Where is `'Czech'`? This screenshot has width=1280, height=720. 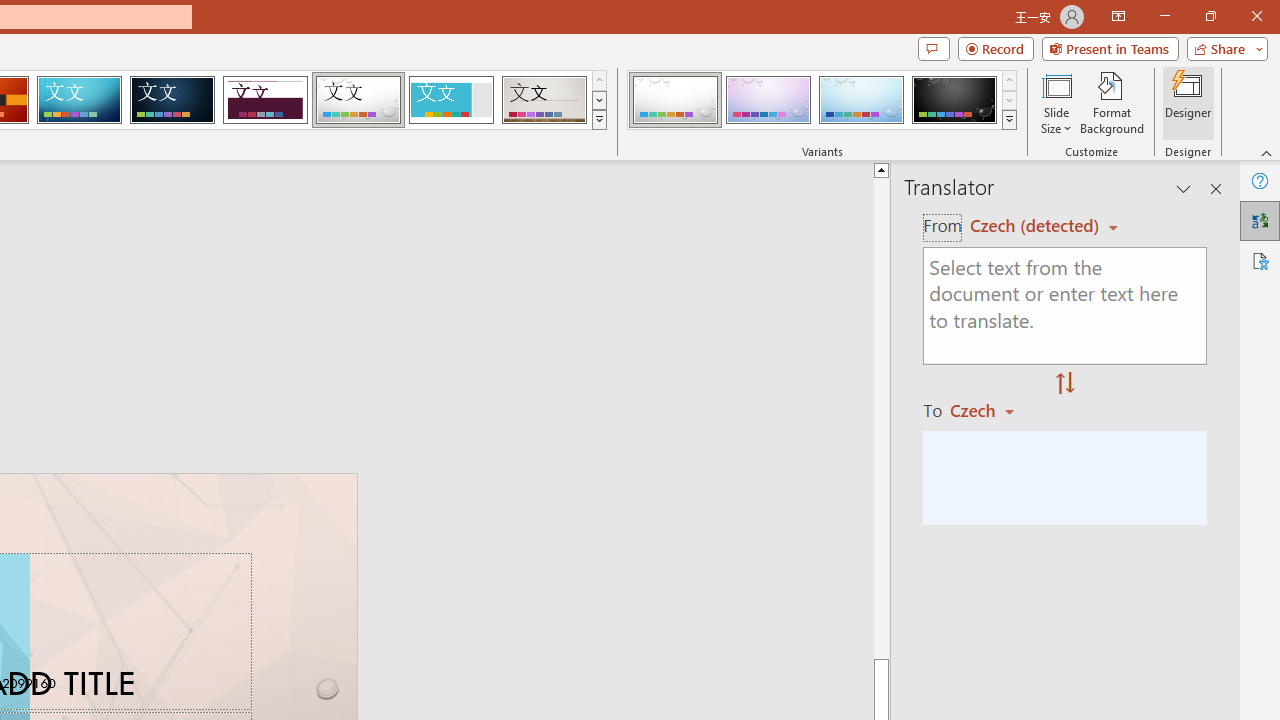
'Czech' is located at coordinates (991, 409).